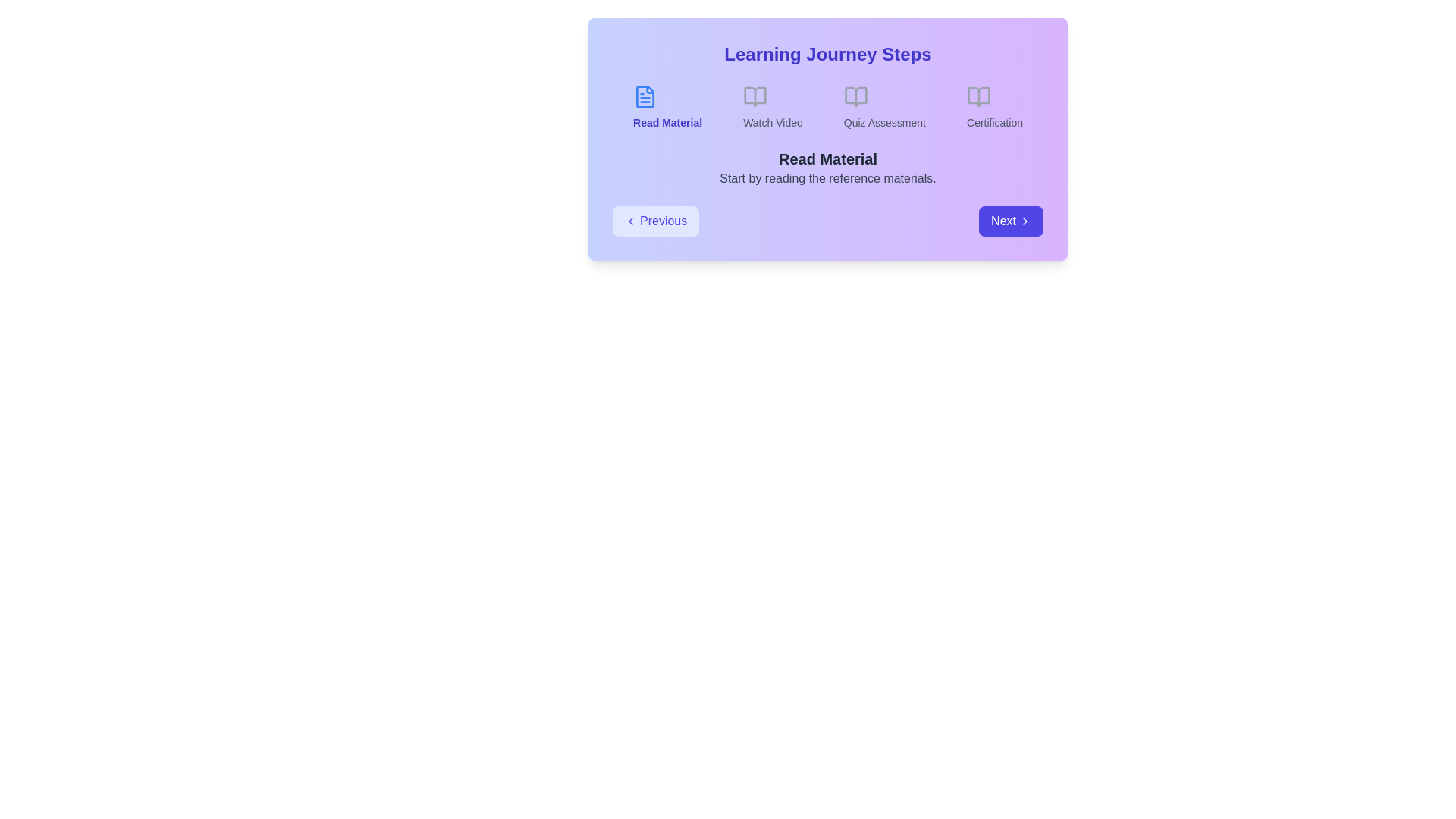  I want to click on the backward navigation button located at the bottom-left corner of the 'Learning Journey Steps' card, so click(656, 221).